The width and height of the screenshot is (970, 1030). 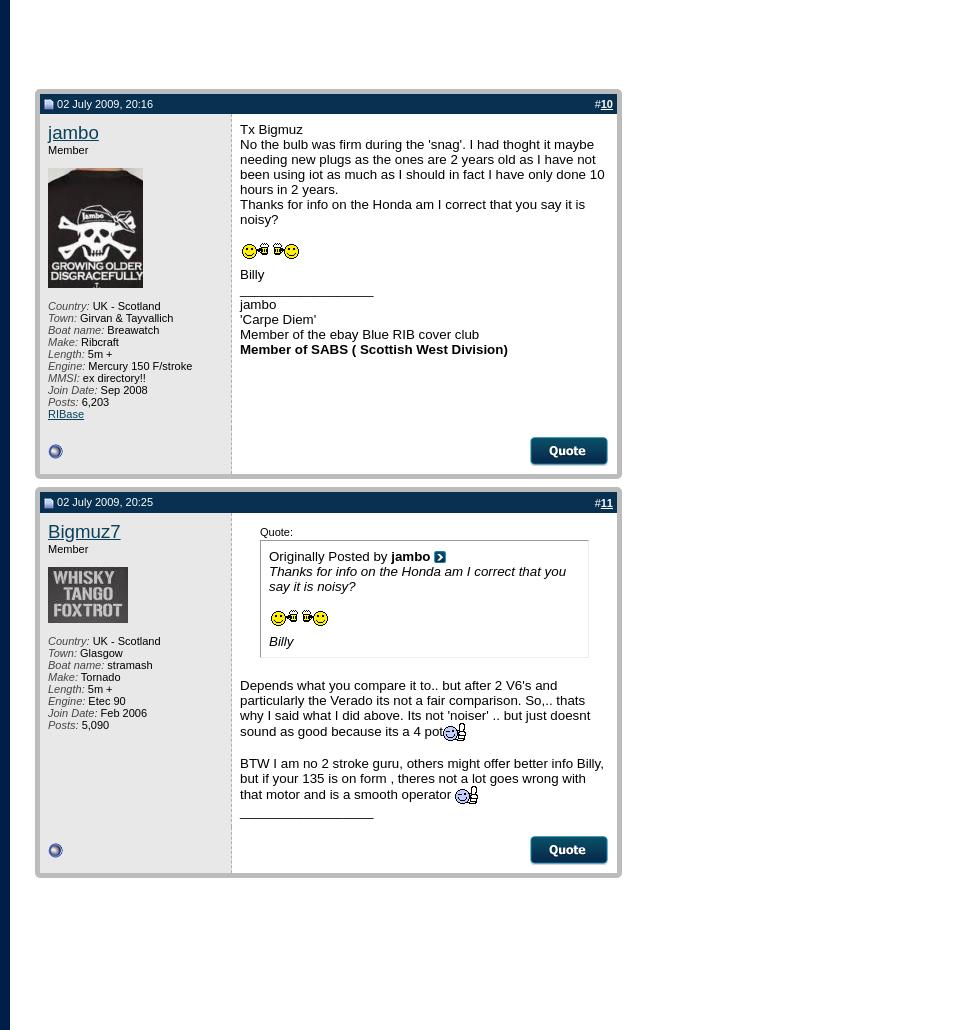 I want to click on ''Carpe Diem'', so click(x=277, y=318).